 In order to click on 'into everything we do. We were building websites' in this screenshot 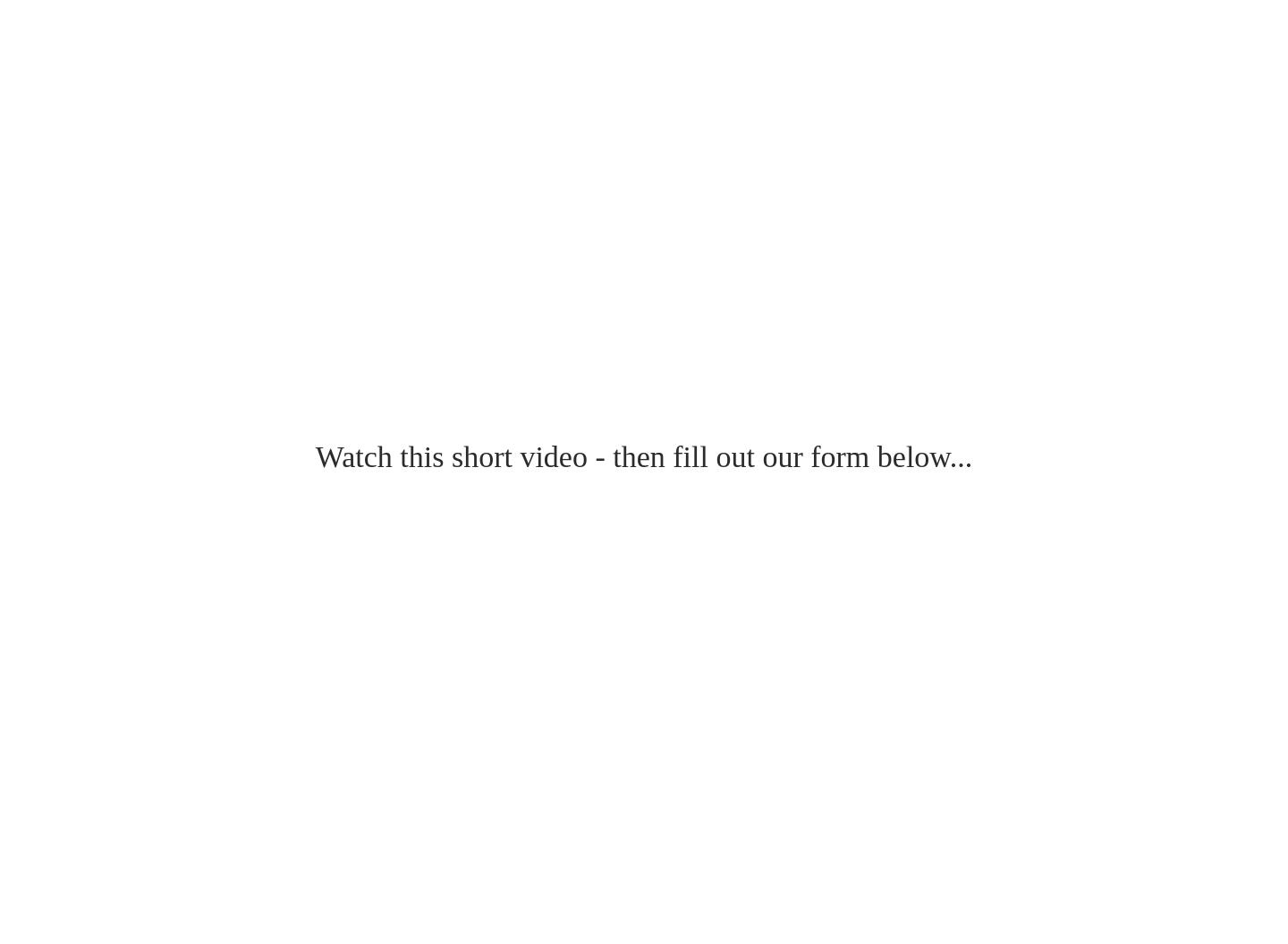, I will do `click(215, 89)`.